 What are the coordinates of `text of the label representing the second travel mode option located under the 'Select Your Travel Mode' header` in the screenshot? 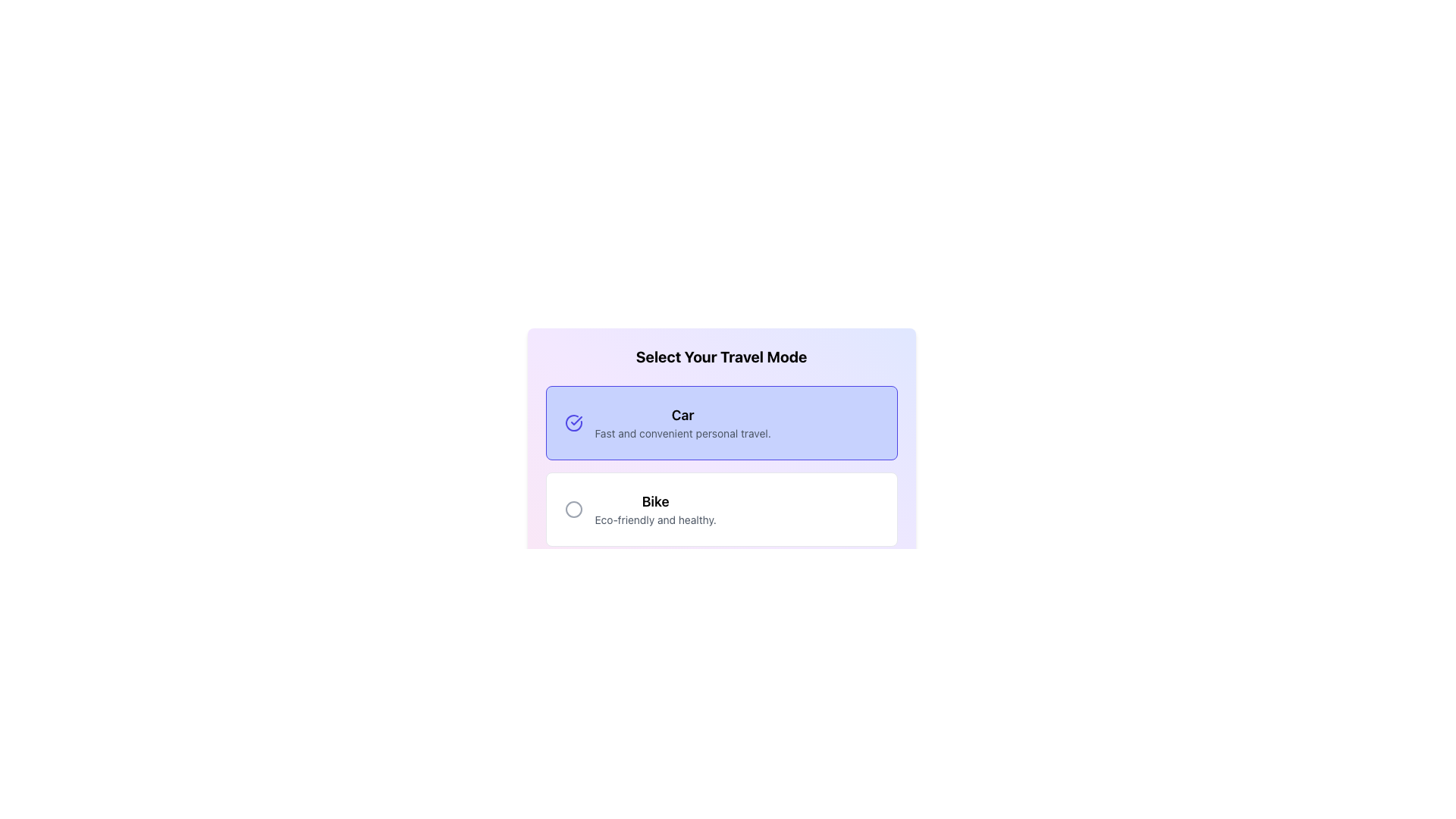 It's located at (655, 502).